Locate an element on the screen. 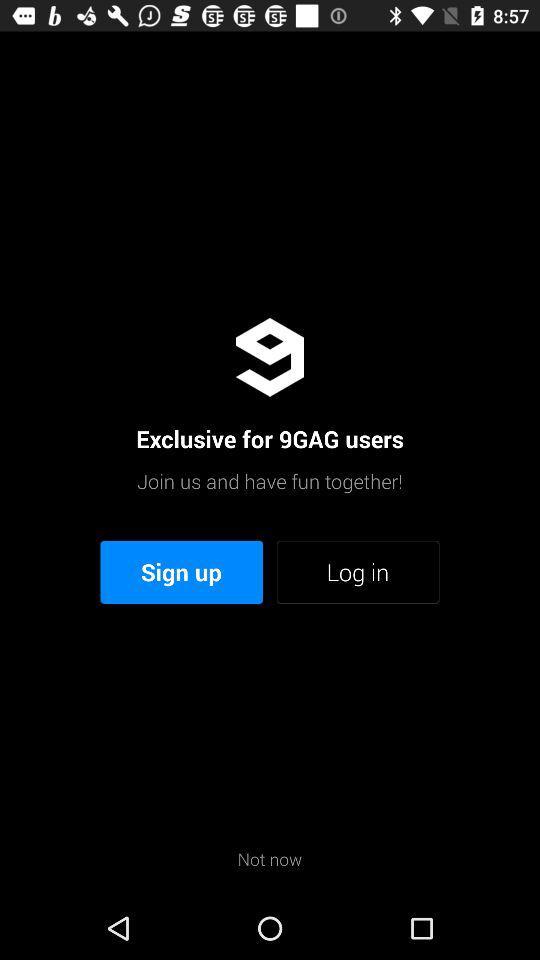 Image resolution: width=540 pixels, height=960 pixels. the not now is located at coordinates (270, 858).